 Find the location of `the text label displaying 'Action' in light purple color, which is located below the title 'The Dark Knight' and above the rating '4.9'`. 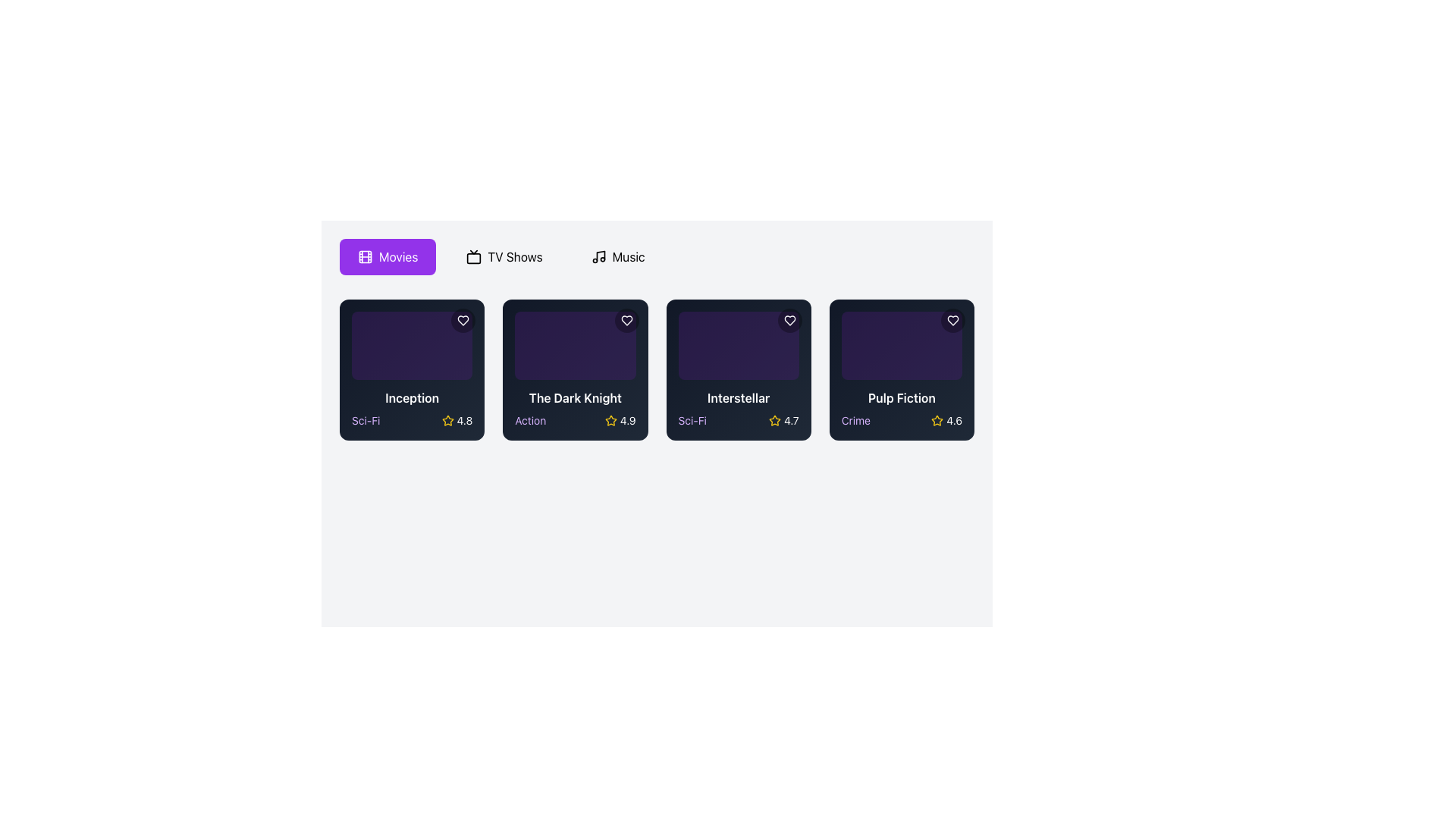

the text label displaying 'Action' in light purple color, which is located below the title 'The Dark Knight' and above the rating '4.9' is located at coordinates (530, 420).